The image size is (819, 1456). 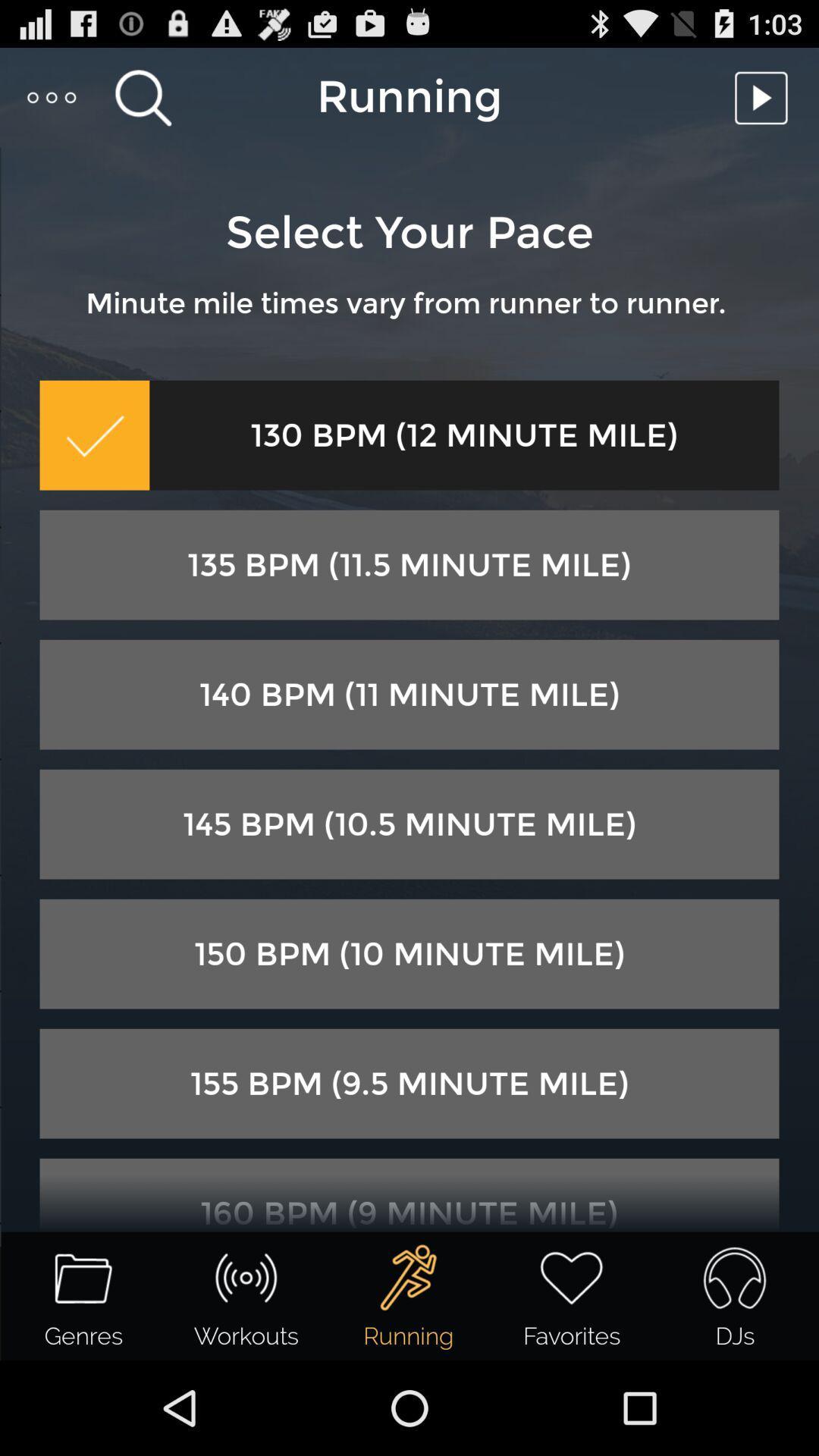 I want to click on the play icon, so click(x=765, y=103).